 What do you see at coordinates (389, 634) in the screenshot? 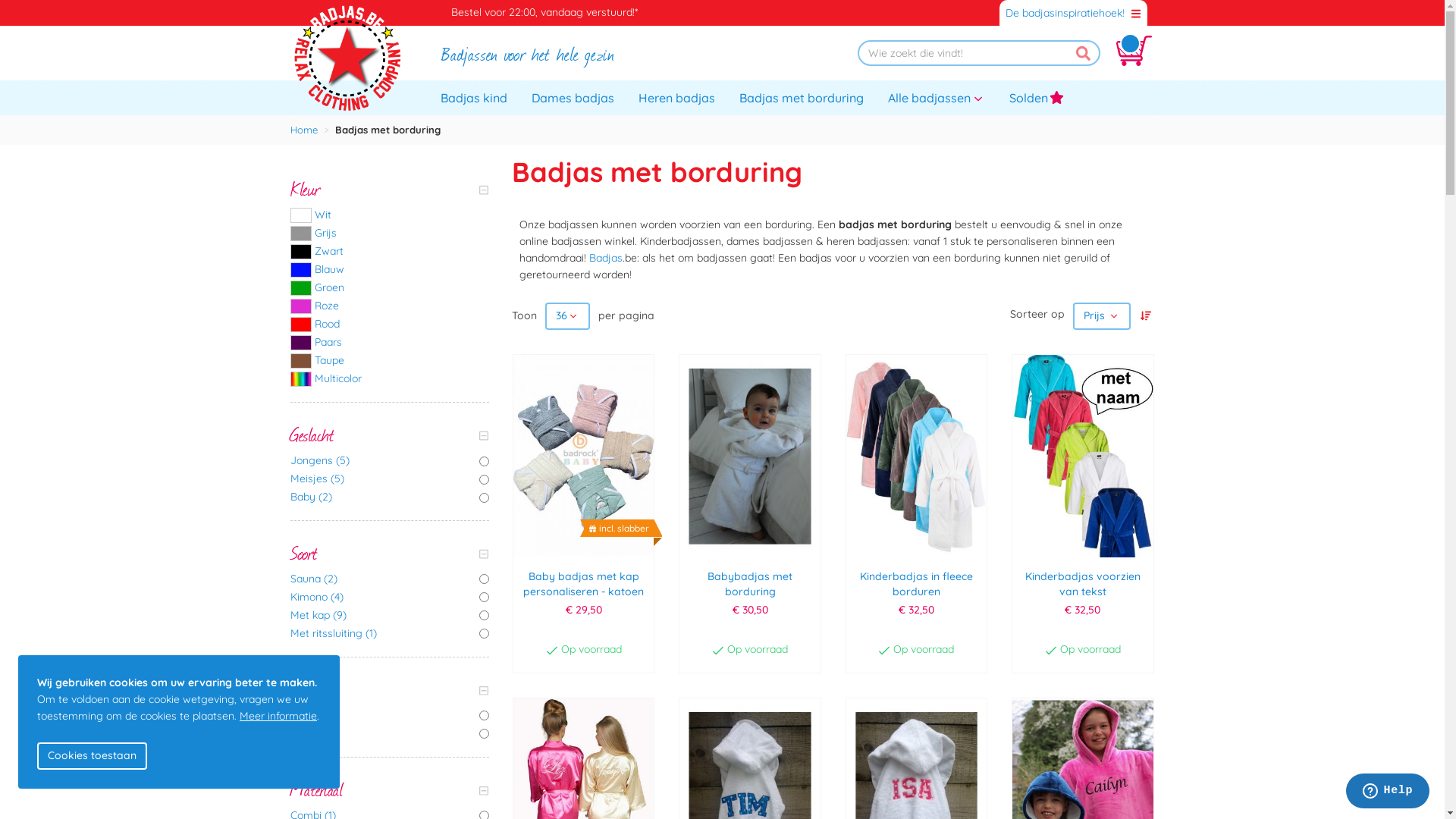
I see `'Met ritssluiting` at bounding box center [389, 634].